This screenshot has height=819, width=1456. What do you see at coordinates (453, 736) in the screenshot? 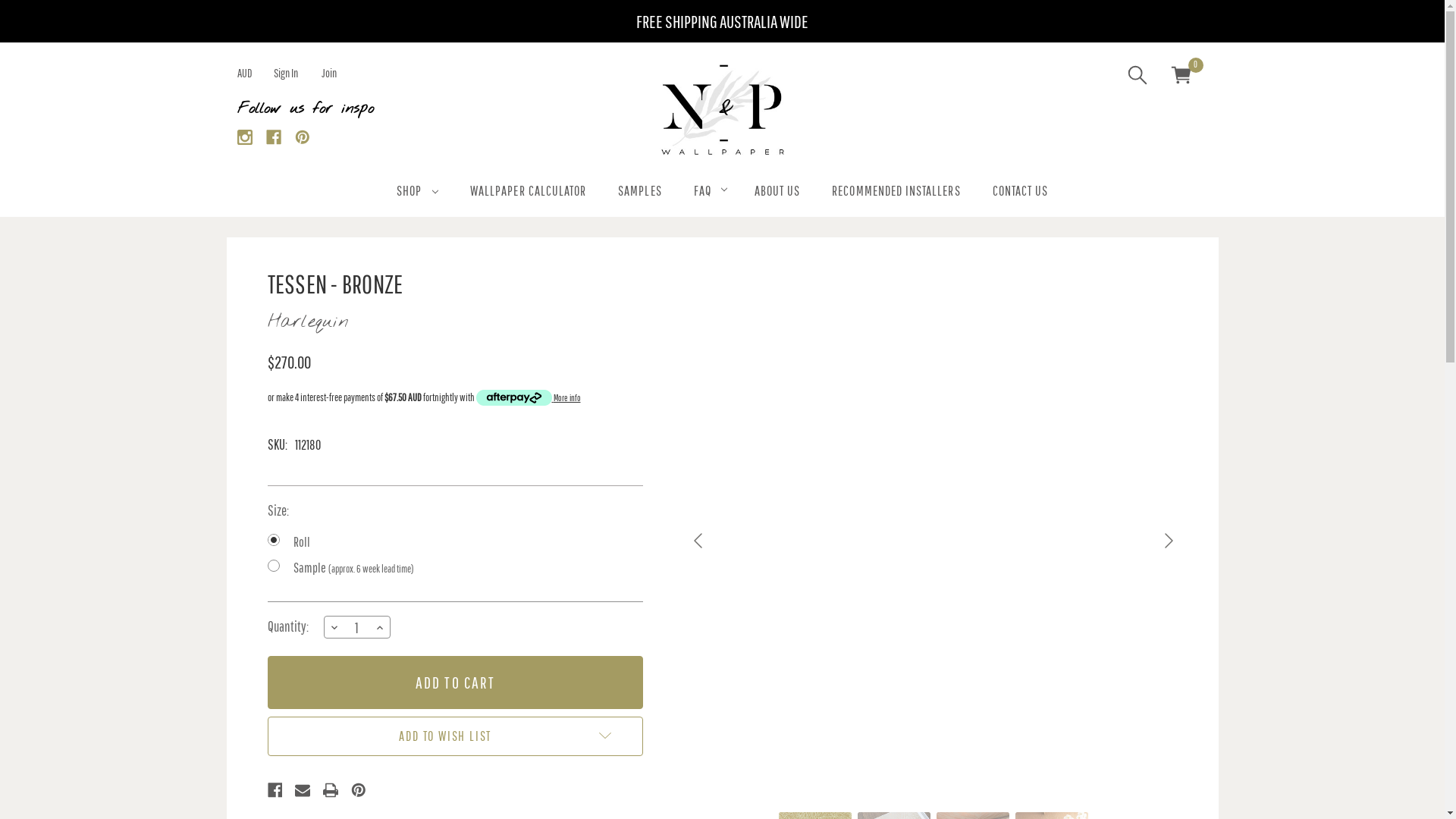
I see `'ADD TO WISH LIST'` at bounding box center [453, 736].